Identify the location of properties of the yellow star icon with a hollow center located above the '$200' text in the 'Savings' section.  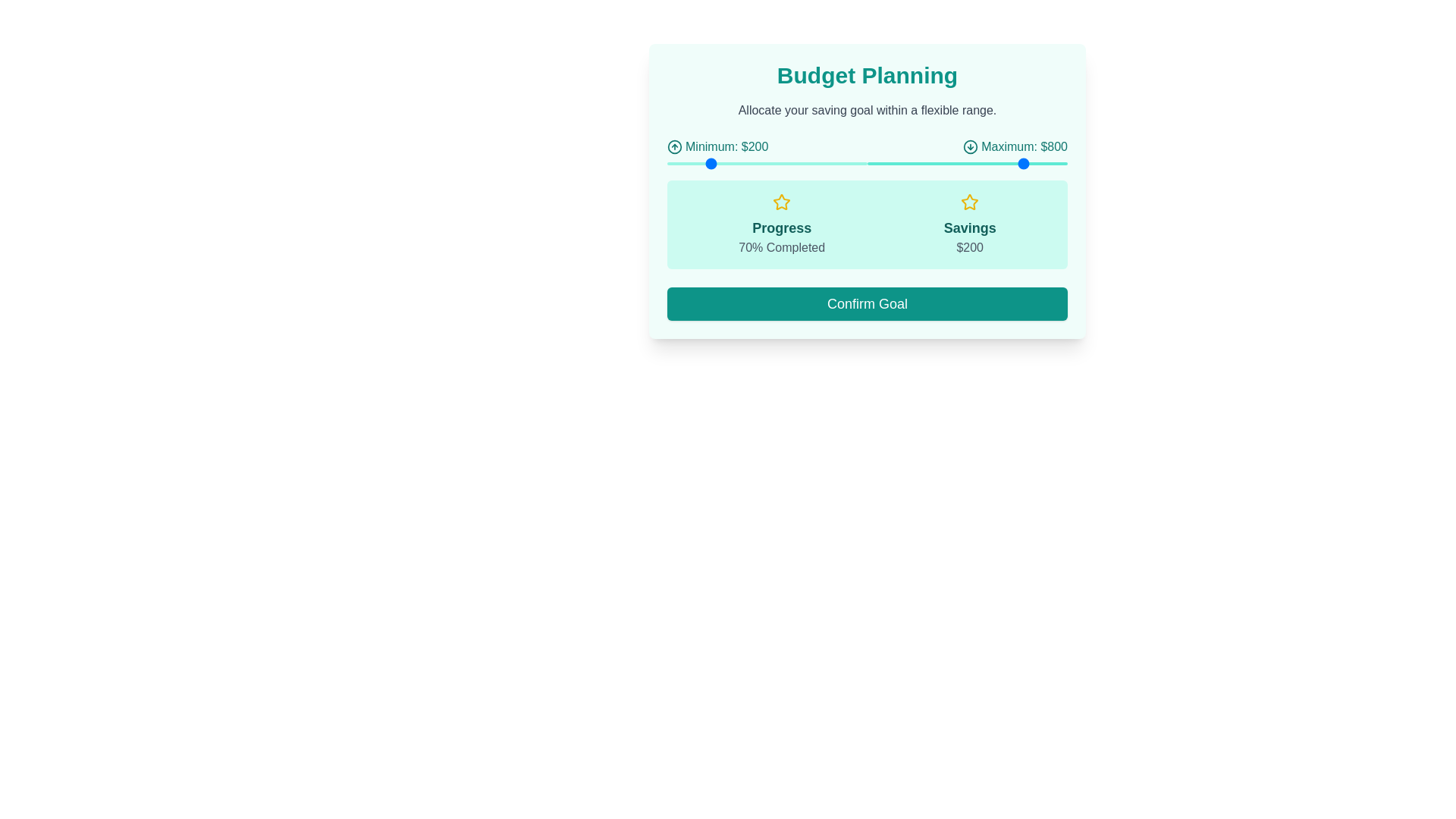
(969, 201).